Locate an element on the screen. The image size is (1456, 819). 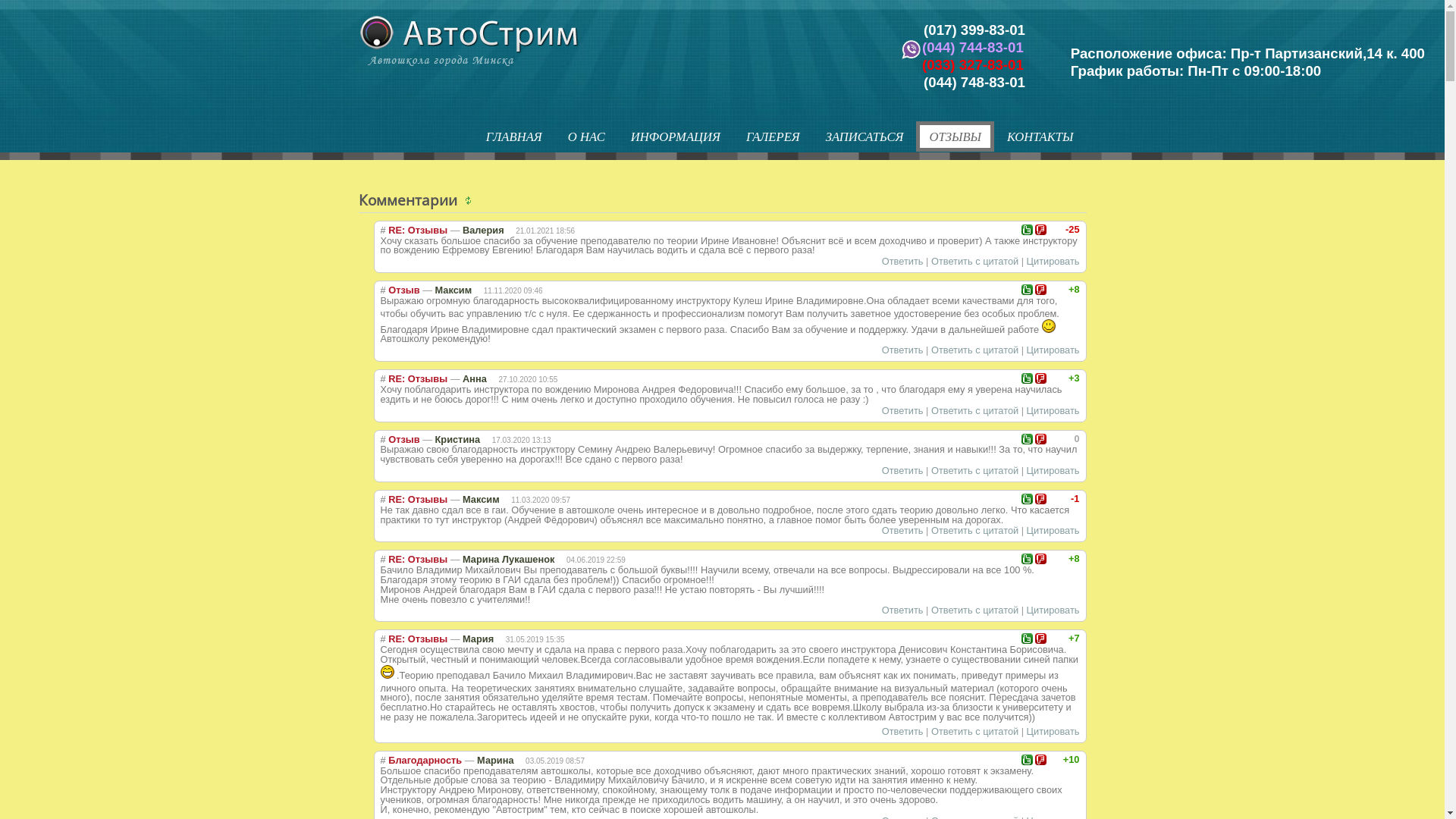
'(044) 744-83-01' is located at coordinates (972, 46).